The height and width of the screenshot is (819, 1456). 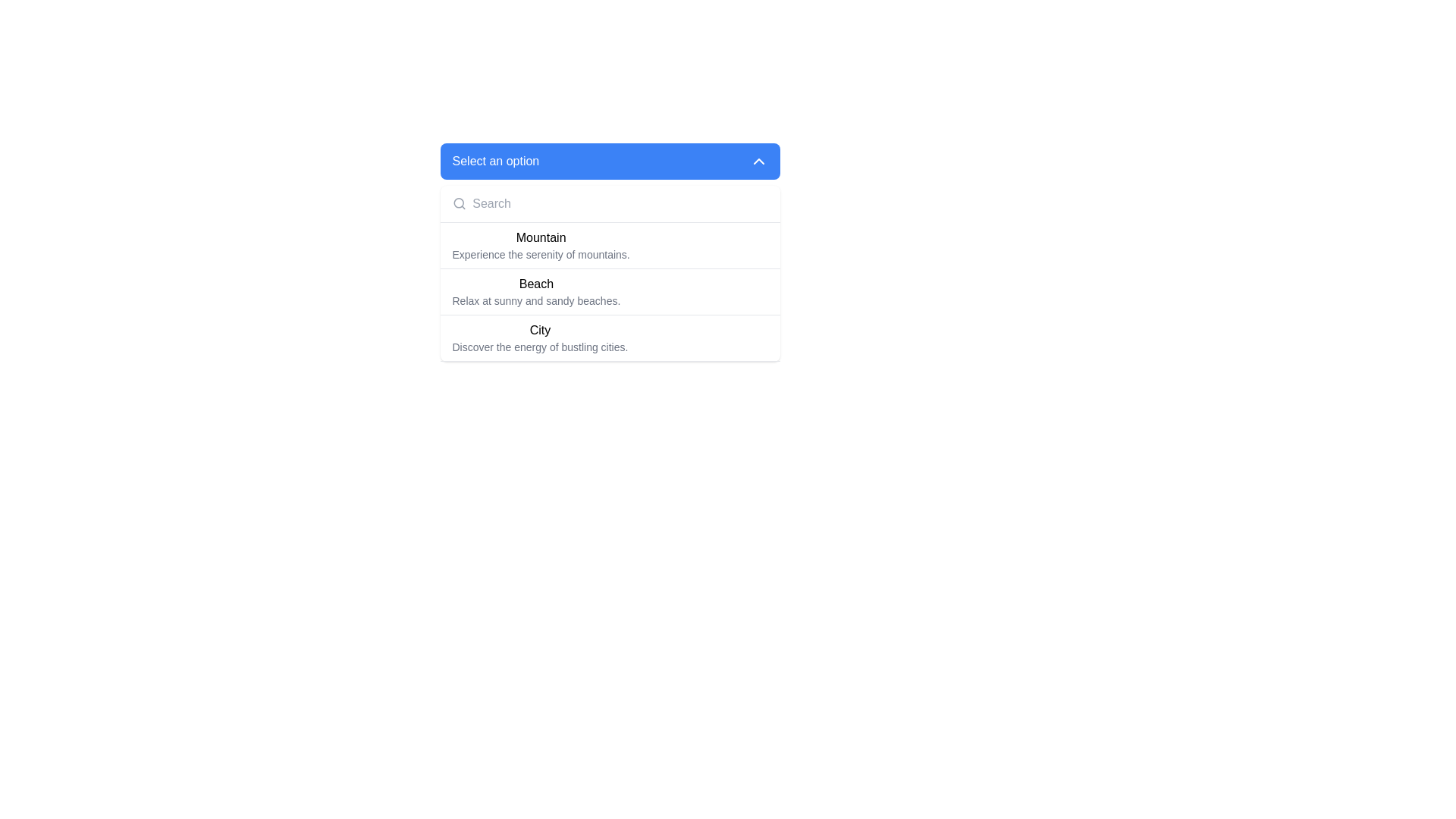 What do you see at coordinates (610, 337) in the screenshot?
I see `the 'City' menu option, which is identified by its bold label and descriptive text, to select and confirm` at bounding box center [610, 337].